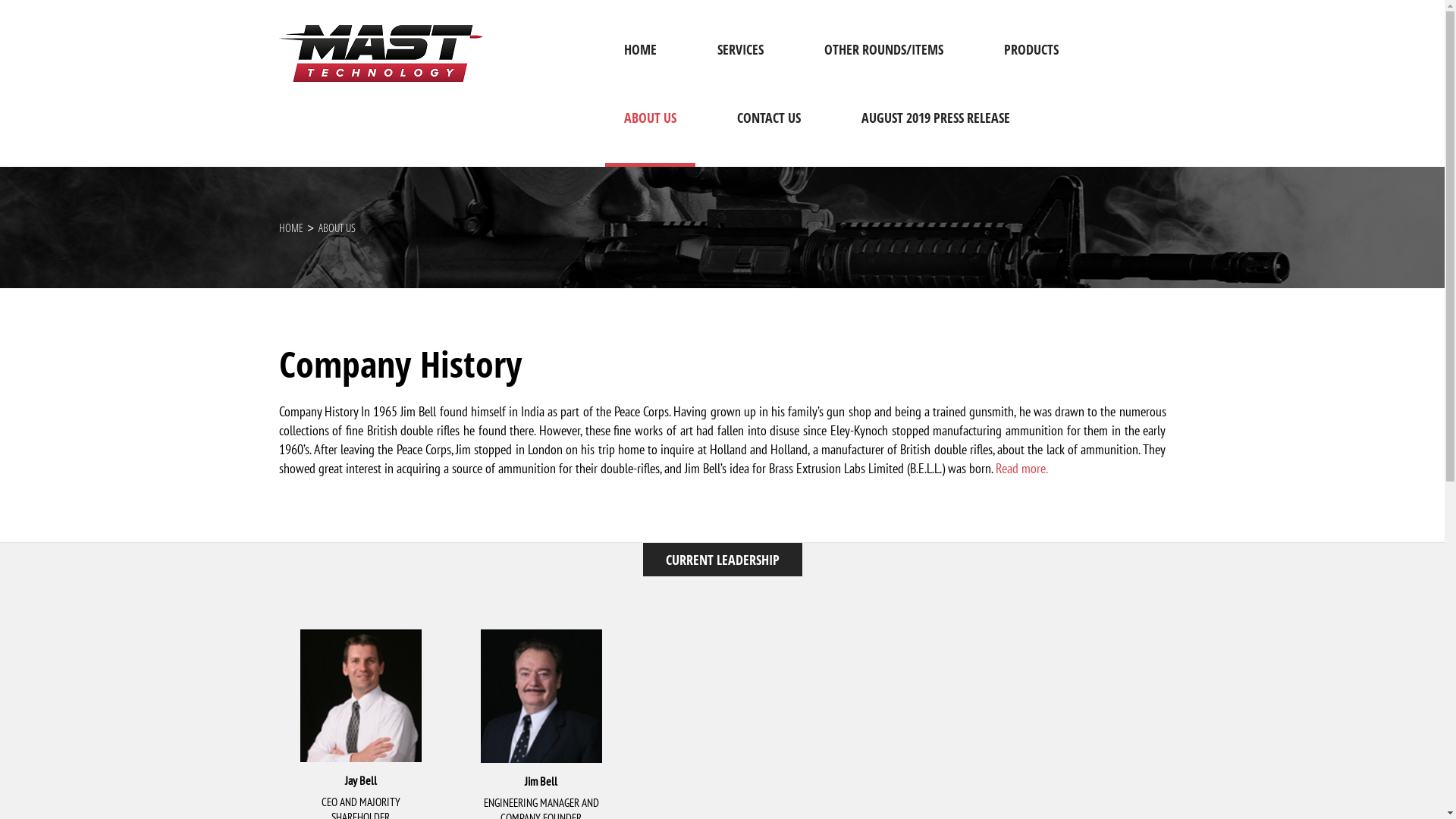 This screenshot has height=819, width=1456. Describe the element at coordinates (934, 131) in the screenshot. I see `'AUGUST 2019 PRESS RELEASE'` at that location.